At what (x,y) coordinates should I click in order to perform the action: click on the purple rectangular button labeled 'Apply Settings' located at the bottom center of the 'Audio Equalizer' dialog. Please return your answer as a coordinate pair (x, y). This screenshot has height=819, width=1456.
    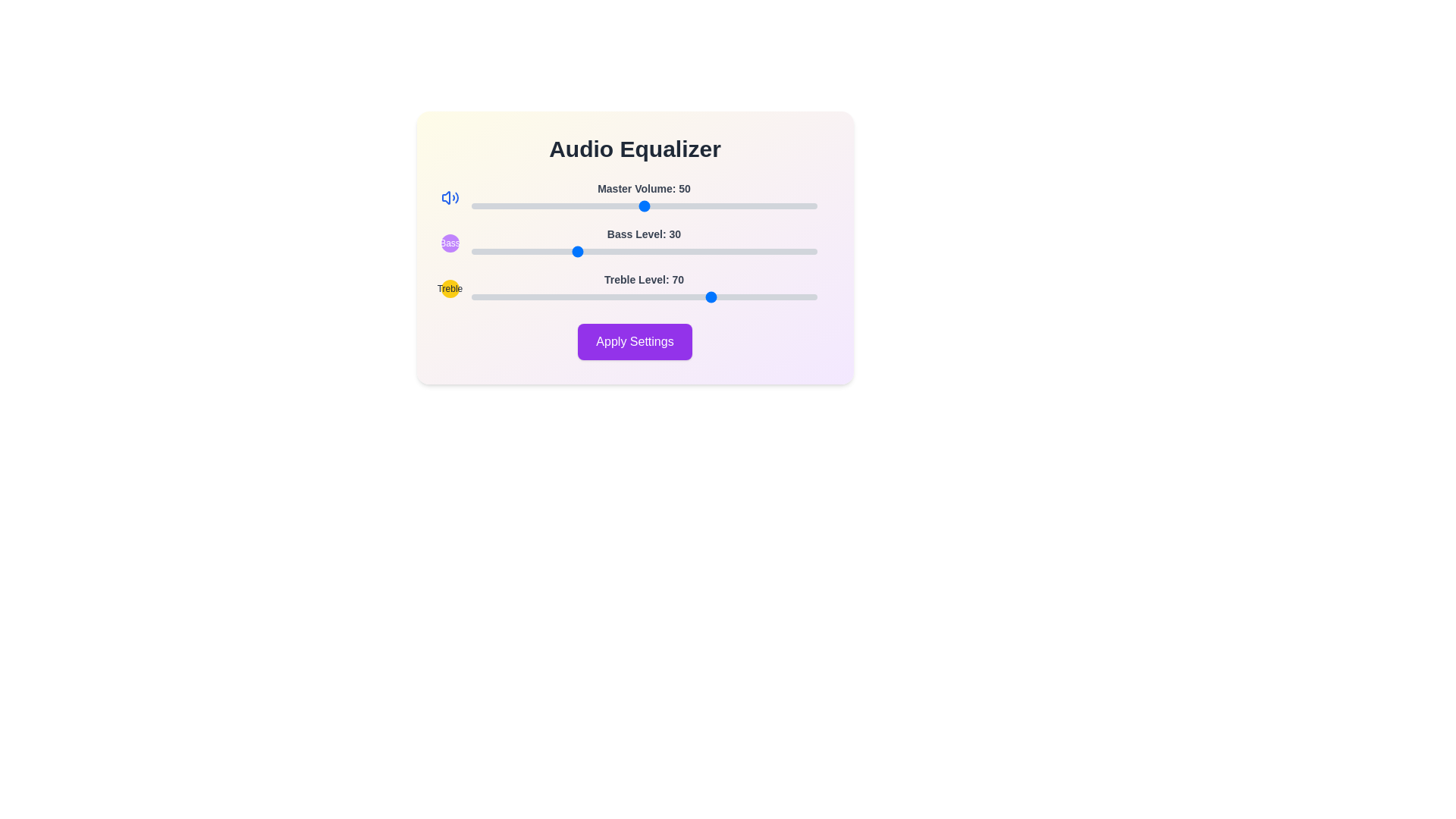
    Looking at the image, I should click on (635, 342).